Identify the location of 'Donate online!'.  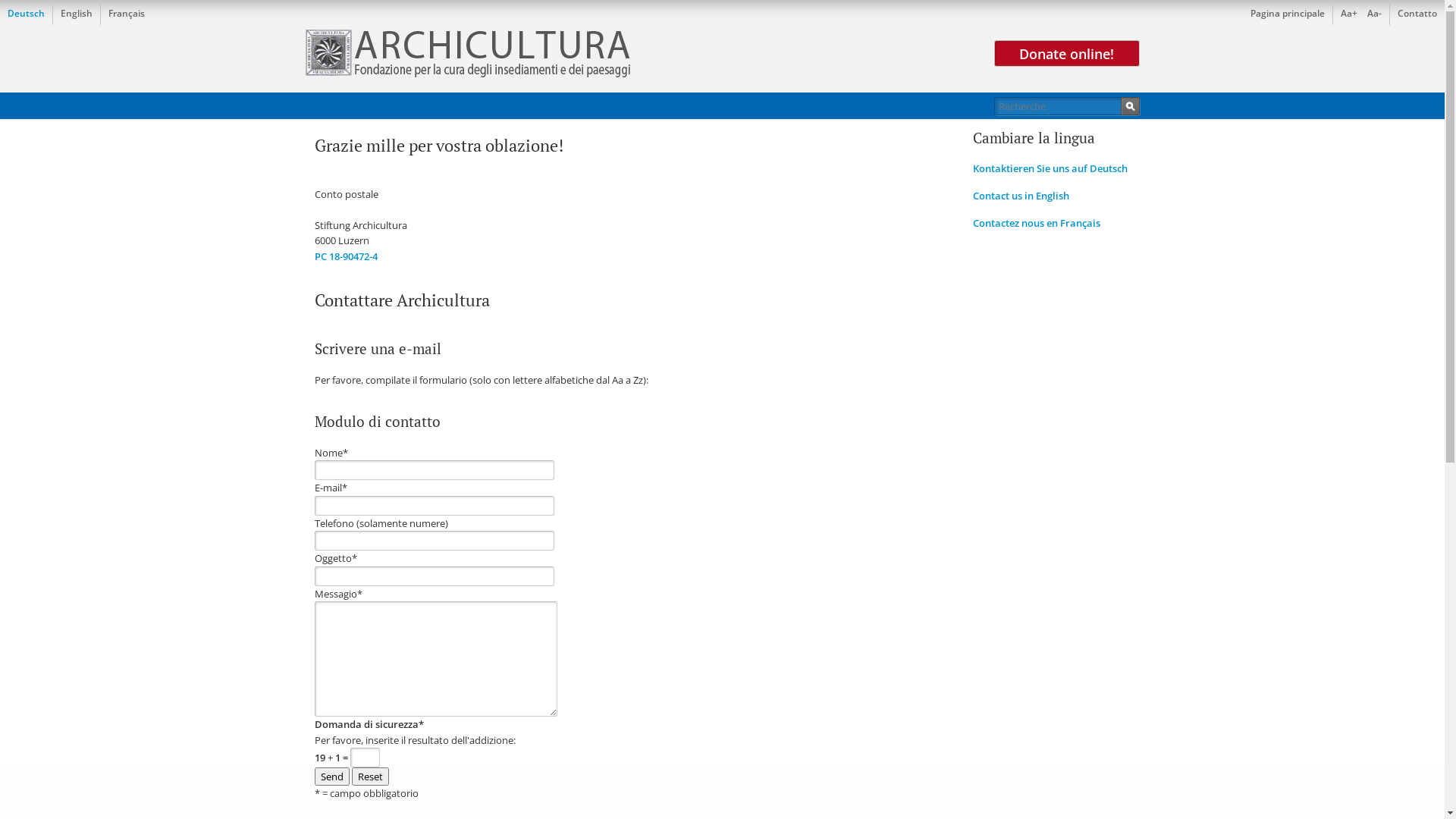
(1065, 52).